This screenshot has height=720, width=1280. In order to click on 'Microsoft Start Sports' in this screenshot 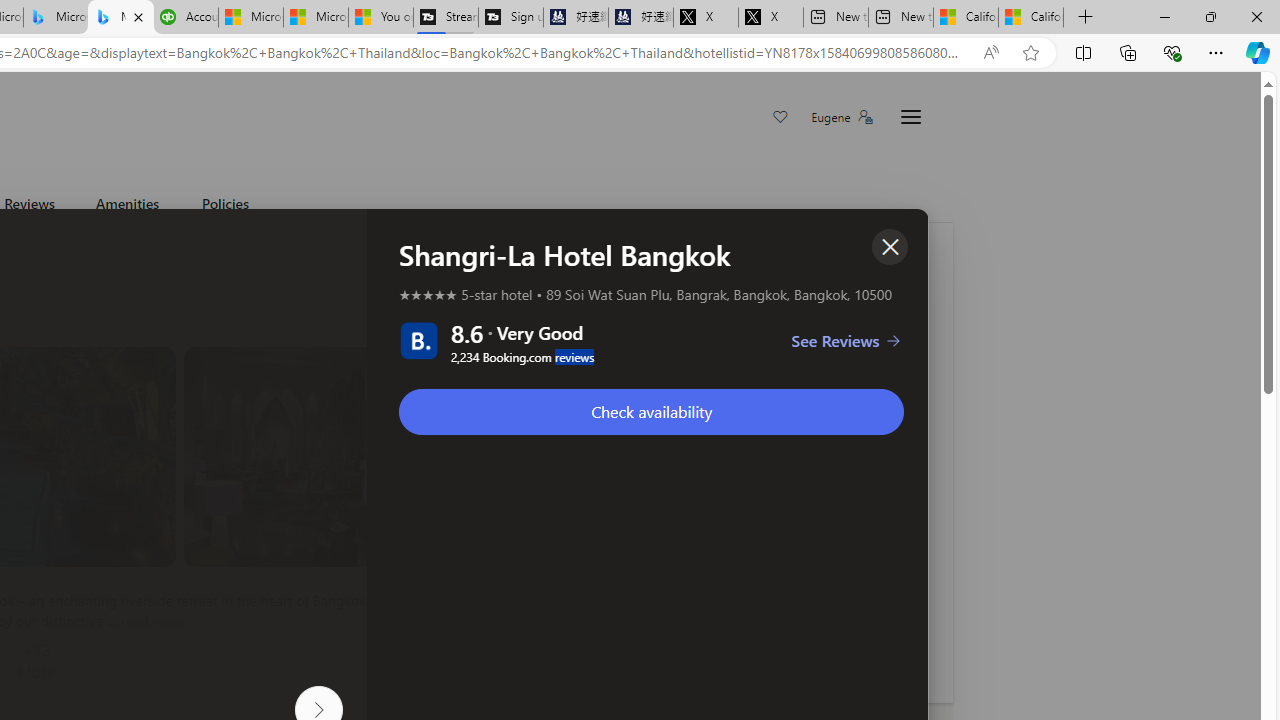, I will do `click(249, 17)`.